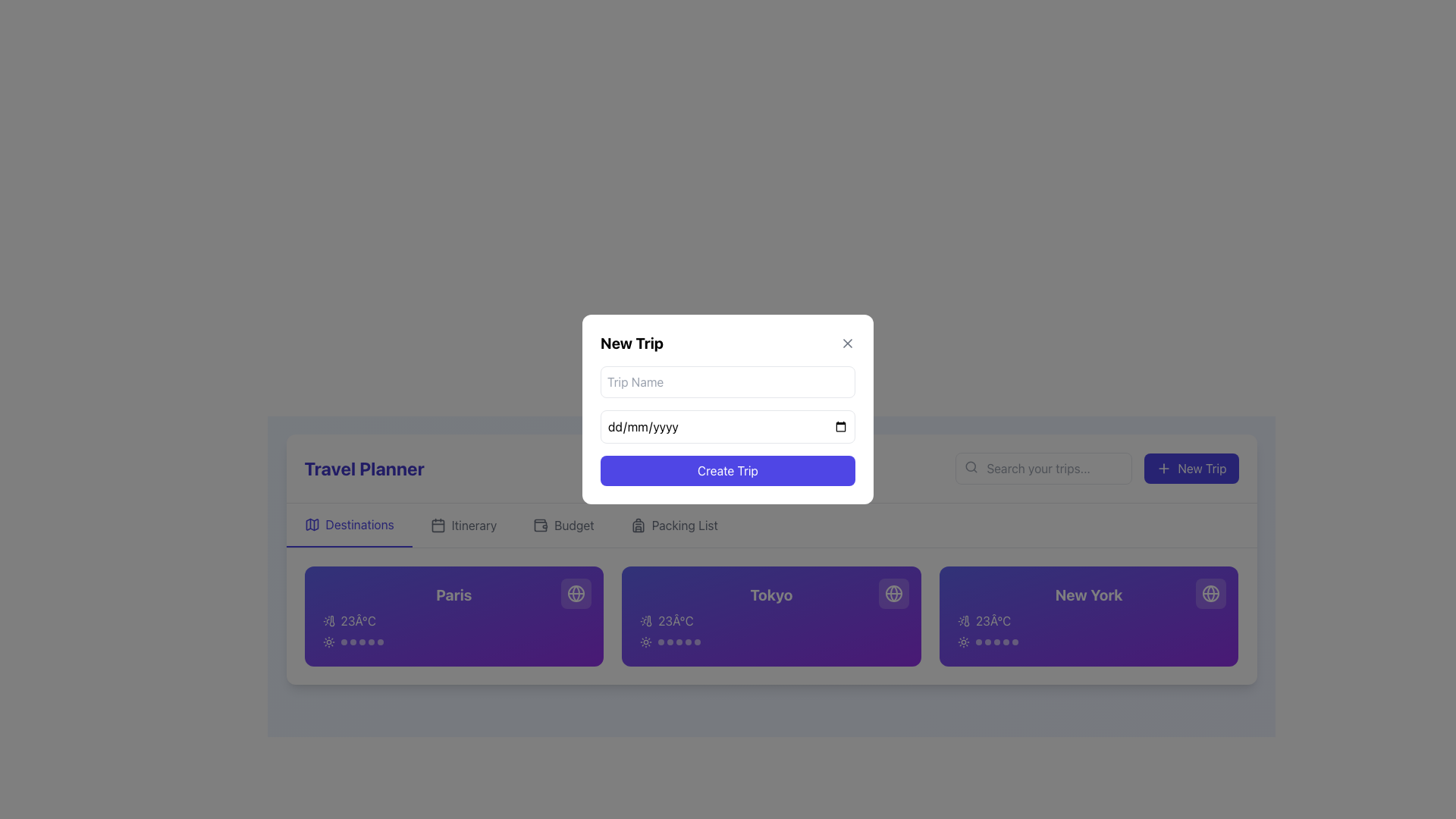 This screenshot has height=819, width=1456. I want to click on the decorative sunlight icon located in the bottom left corner of the 'Paris' card within the 'Destinations' section, near the '23°C' temperature label, so click(328, 642).